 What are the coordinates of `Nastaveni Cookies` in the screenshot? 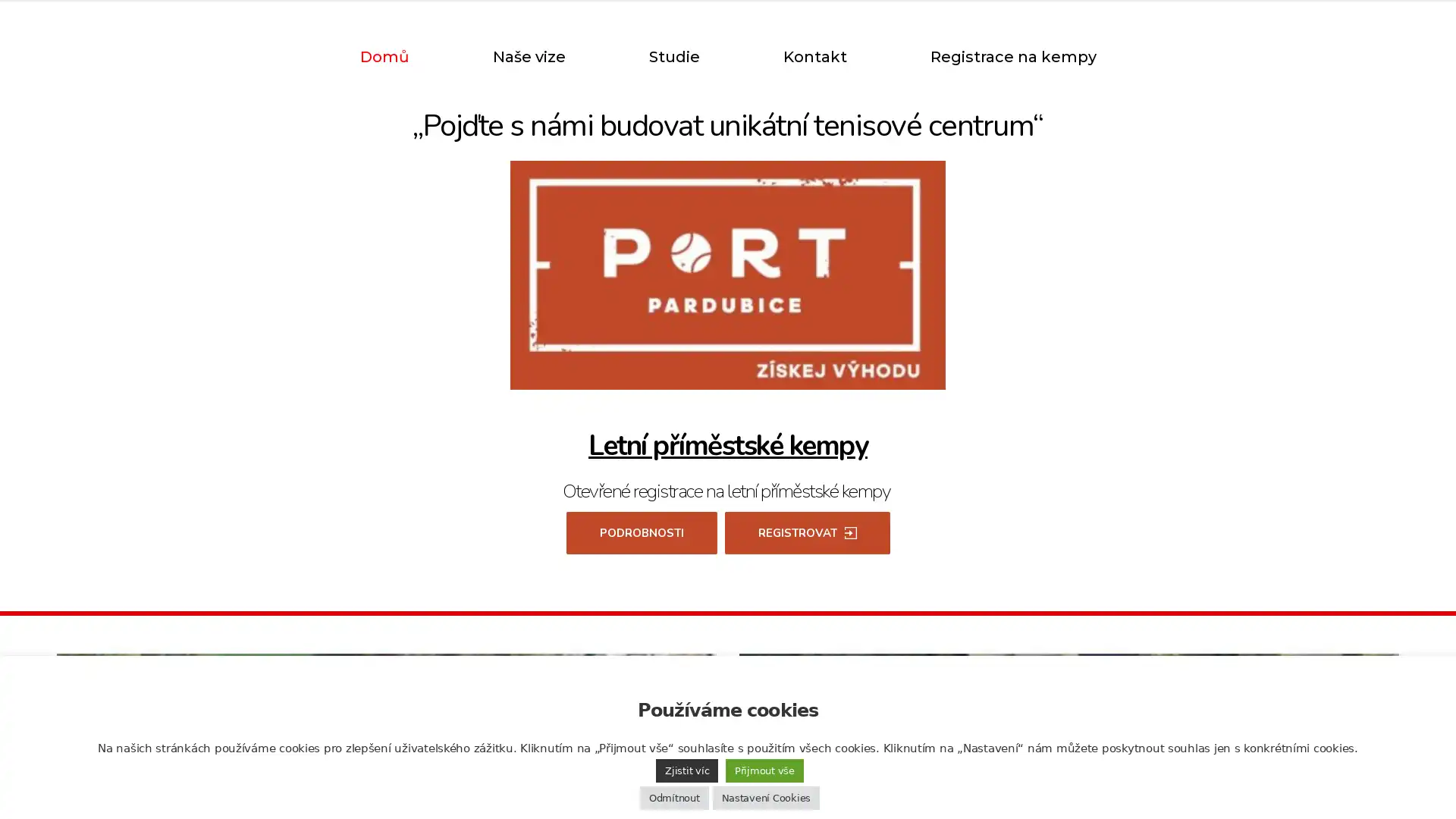 It's located at (765, 797).